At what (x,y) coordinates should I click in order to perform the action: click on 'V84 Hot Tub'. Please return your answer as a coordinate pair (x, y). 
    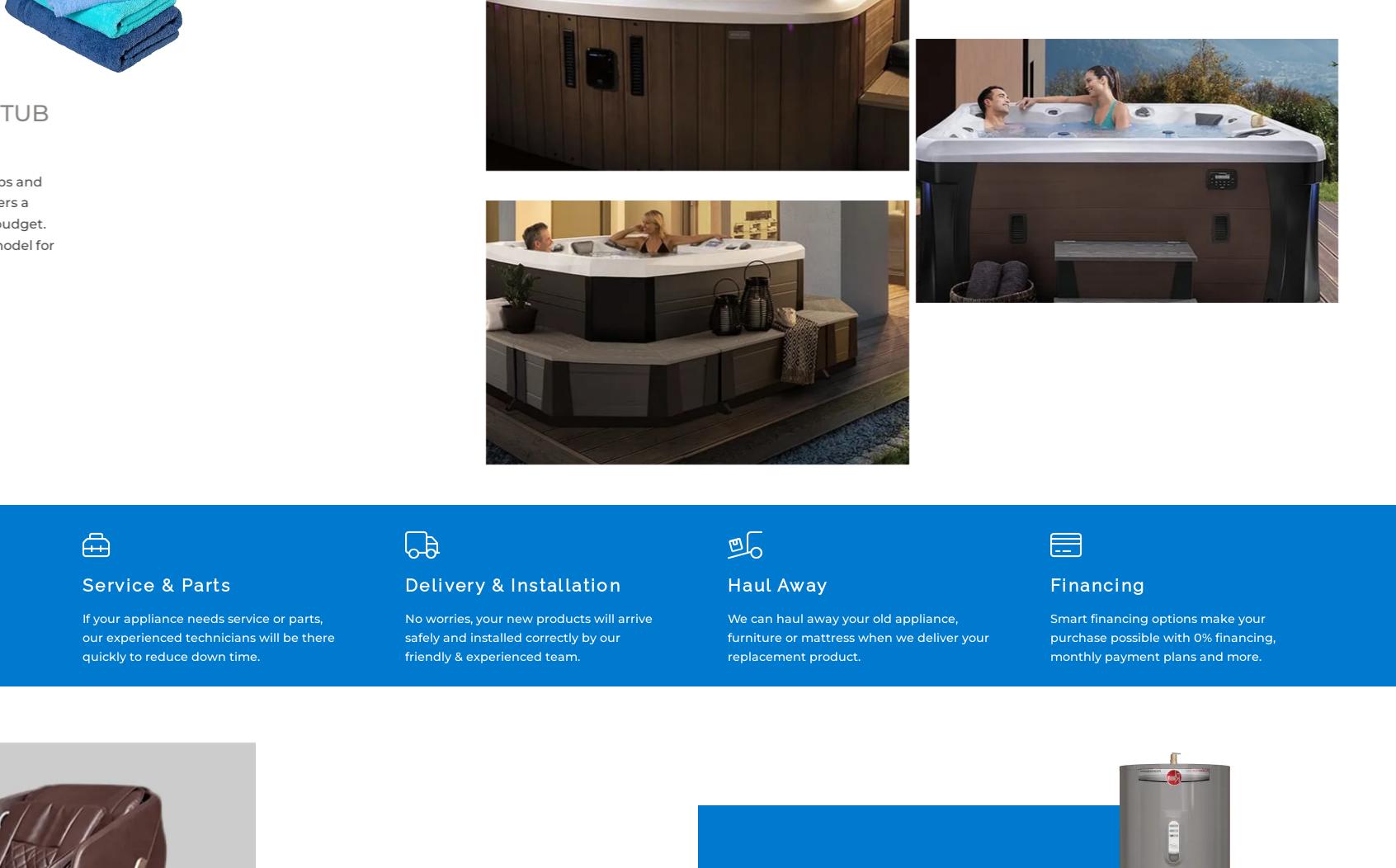
    Looking at the image, I should click on (1126, 113).